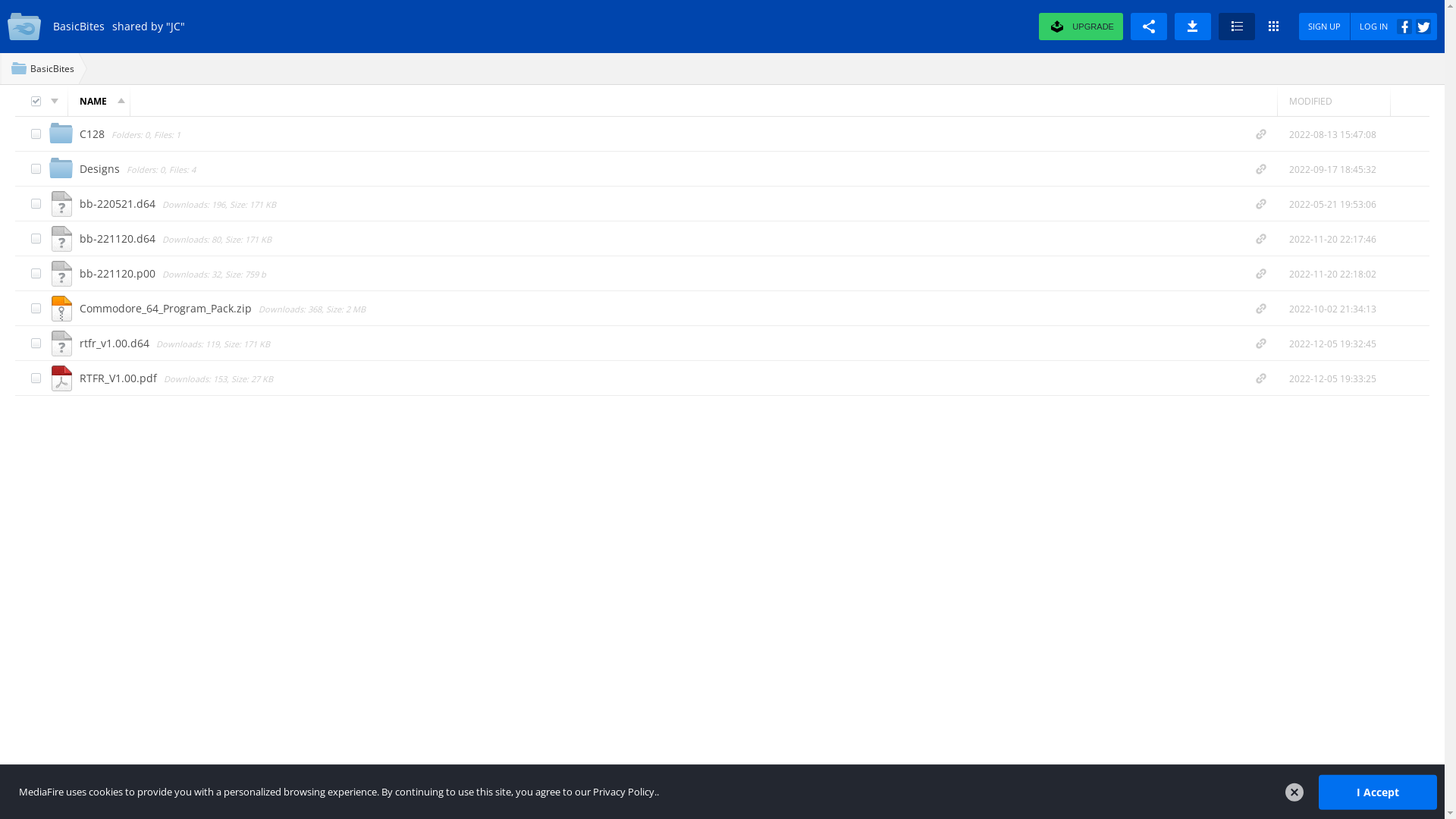 This screenshot has width=1456, height=819. I want to click on 'Select/Deselect Item', so click(36, 133).